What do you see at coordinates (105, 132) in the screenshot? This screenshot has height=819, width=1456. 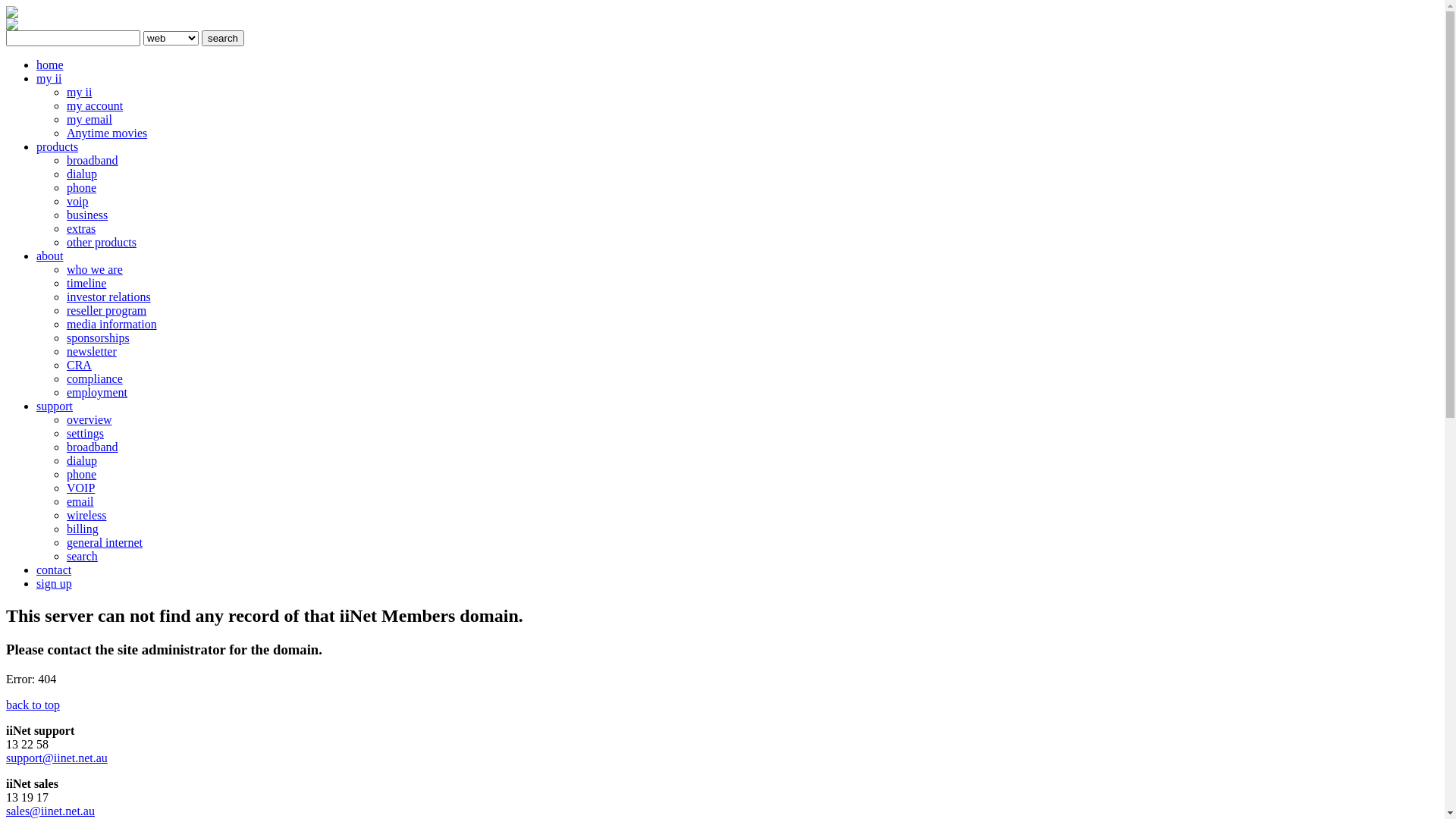 I see `'Anytime movies'` at bounding box center [105, 132].